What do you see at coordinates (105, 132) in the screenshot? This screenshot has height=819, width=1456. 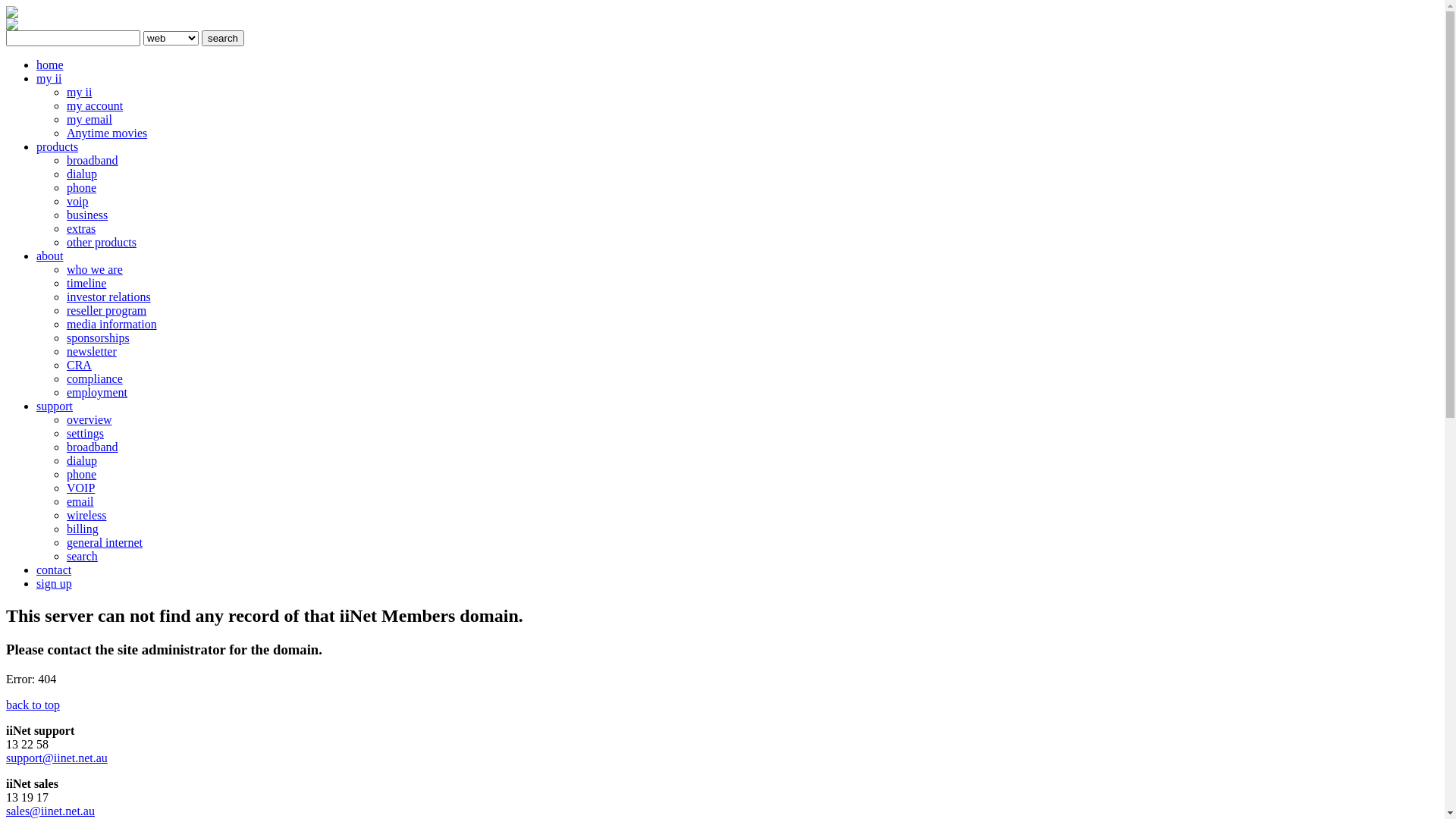 I see `'Anytime movies'` at bounding box center [105, 132].